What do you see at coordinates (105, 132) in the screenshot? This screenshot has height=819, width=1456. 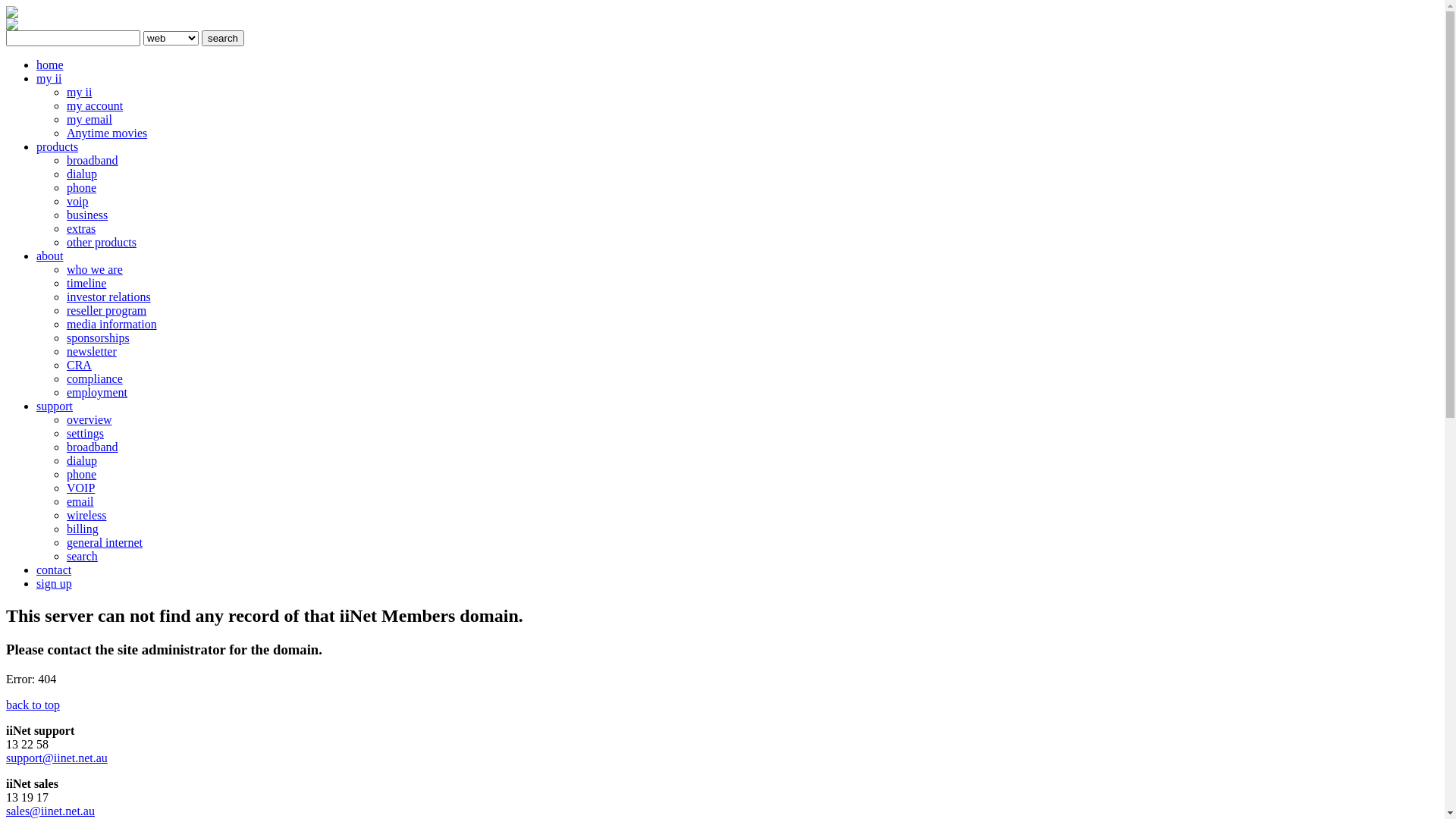 I see `'Anytime movies'` at bounding box center [105, 132].